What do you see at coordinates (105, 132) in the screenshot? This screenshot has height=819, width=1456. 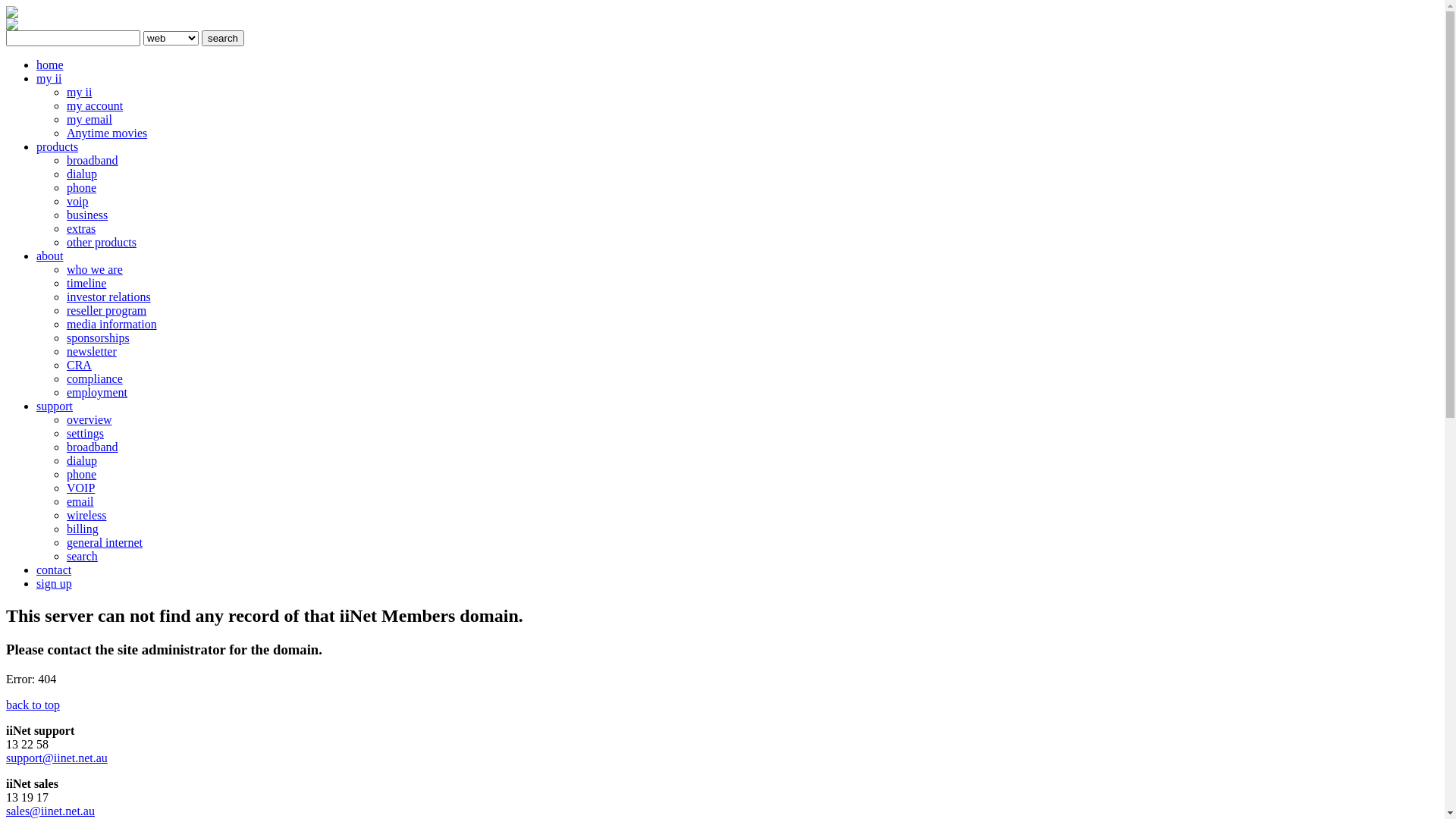 I see `'Anytime movies'` at bounding box center [105, 132].